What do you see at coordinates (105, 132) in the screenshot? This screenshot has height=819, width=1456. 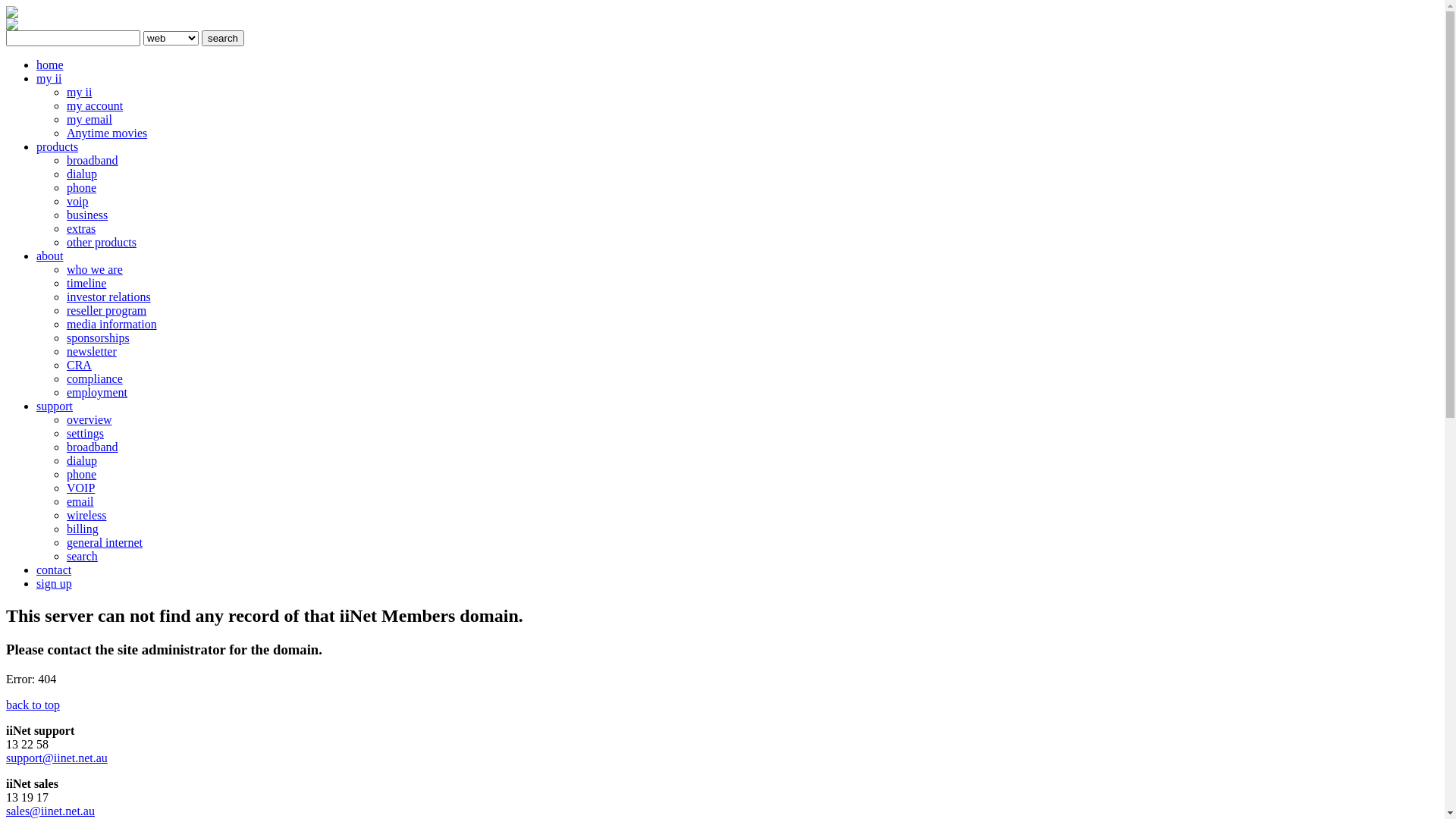 I see `'Anytime movies'` at bounding box center [105, 132].